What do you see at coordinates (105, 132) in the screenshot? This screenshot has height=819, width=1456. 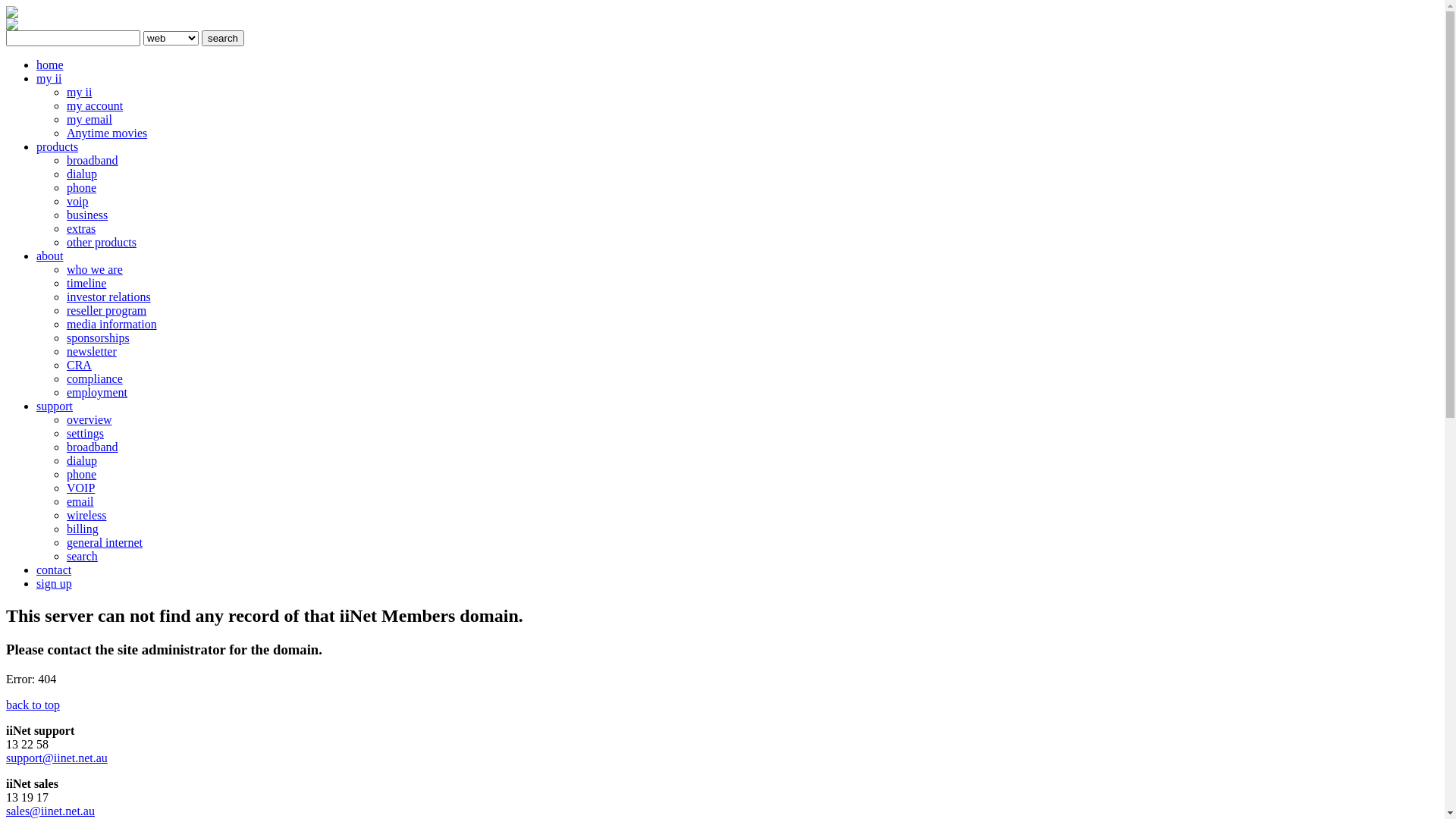 I see `'Anytime movies'` at bounding box center [105, 132].